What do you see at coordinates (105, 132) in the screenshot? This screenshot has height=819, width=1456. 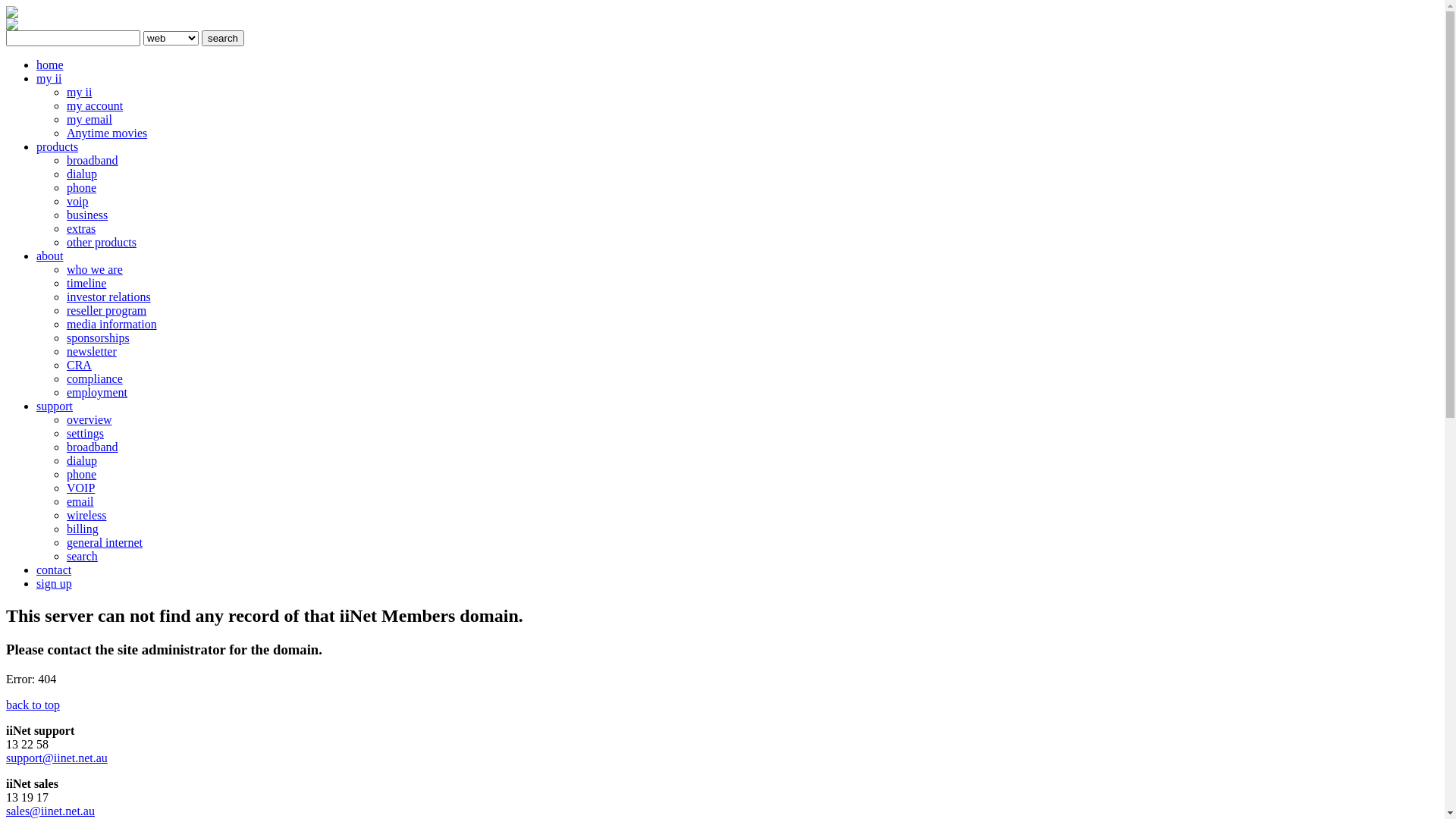 I see `'Anytime movies'` at bounding box center [105, 132].